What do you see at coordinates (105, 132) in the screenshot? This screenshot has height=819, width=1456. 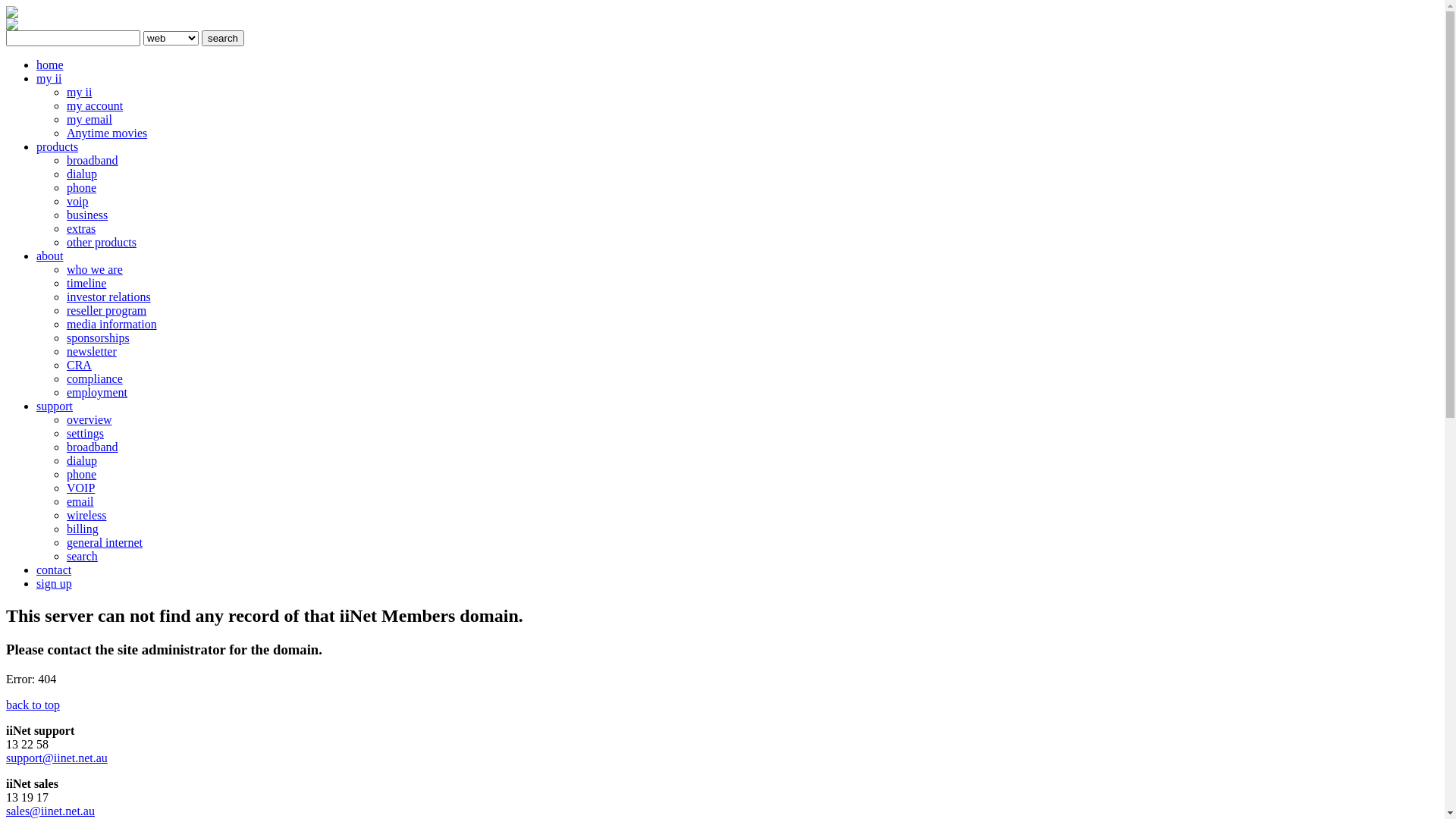 I see `'Anytime movies'` at bounding box center [105, 132].